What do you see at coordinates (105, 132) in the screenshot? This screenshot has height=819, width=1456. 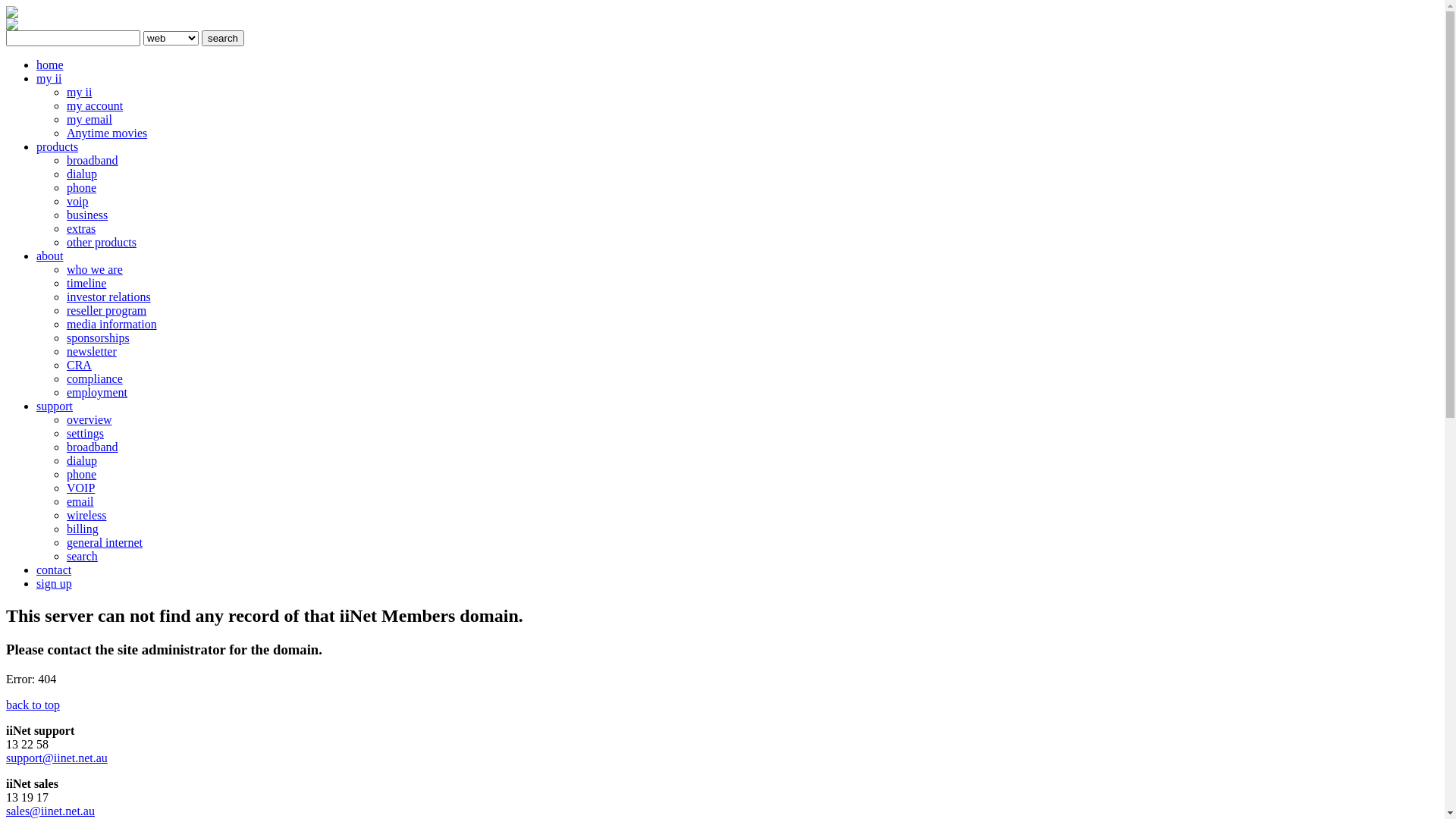 I see `'Anytime movies'` at bounding box center [105, 132].